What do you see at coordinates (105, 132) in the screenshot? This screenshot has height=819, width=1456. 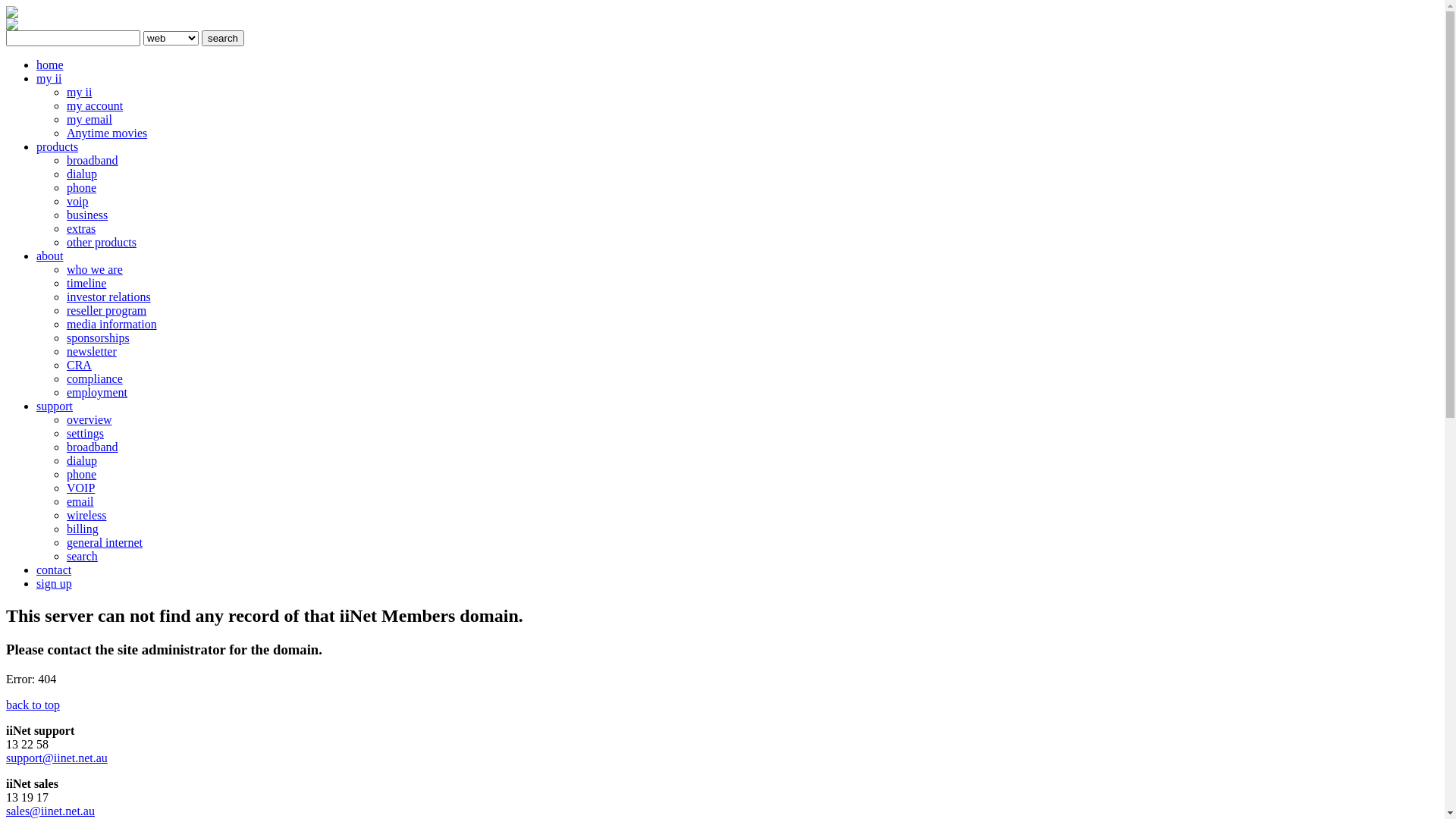 I see `'Anytime movies'` at bounding box center [105, 132].